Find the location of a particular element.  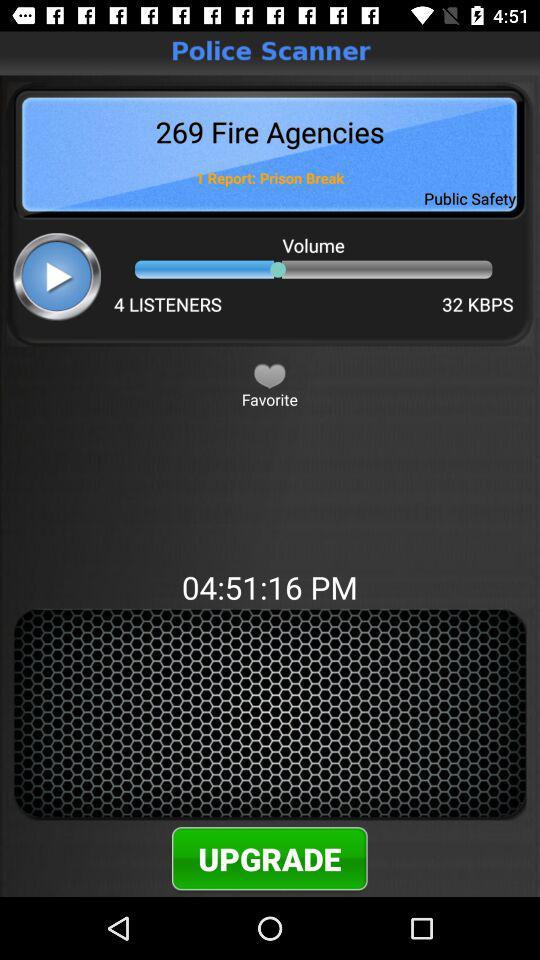

favorite is located at coordinates (269, 374).